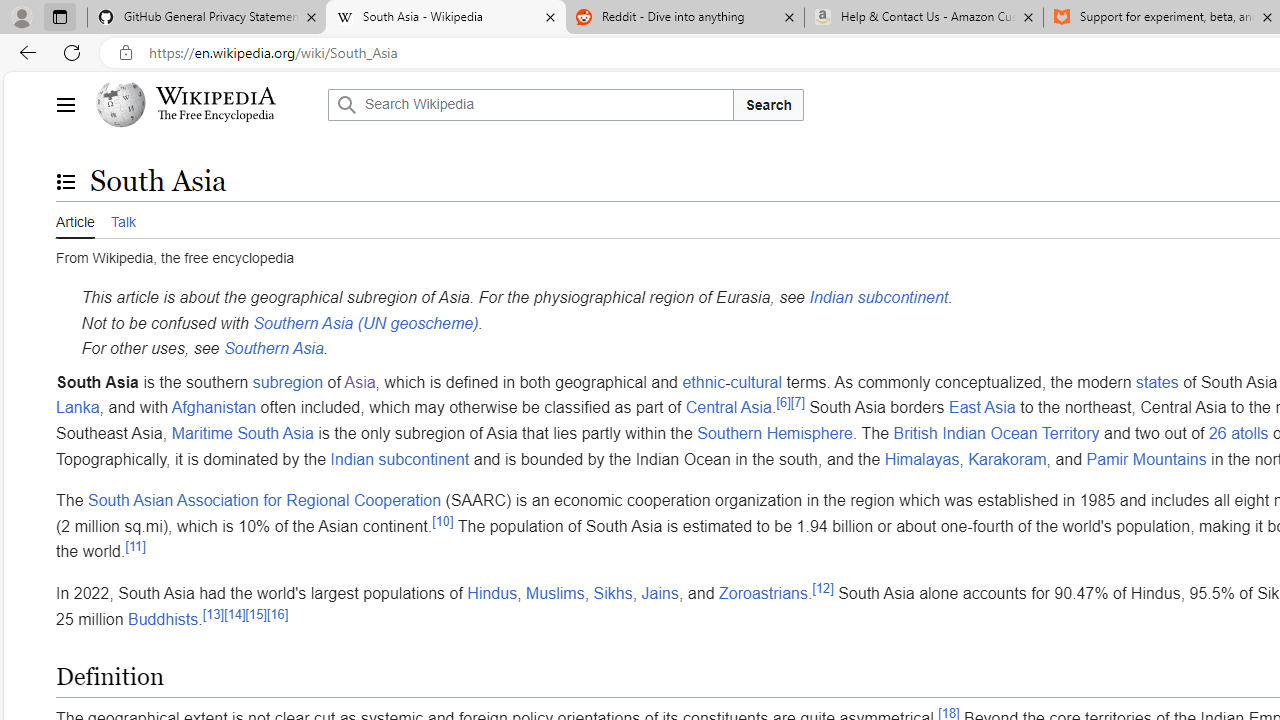  Describe the element at coordinates (213, 613) in the screenshot. I see `'[13]'` at that location.